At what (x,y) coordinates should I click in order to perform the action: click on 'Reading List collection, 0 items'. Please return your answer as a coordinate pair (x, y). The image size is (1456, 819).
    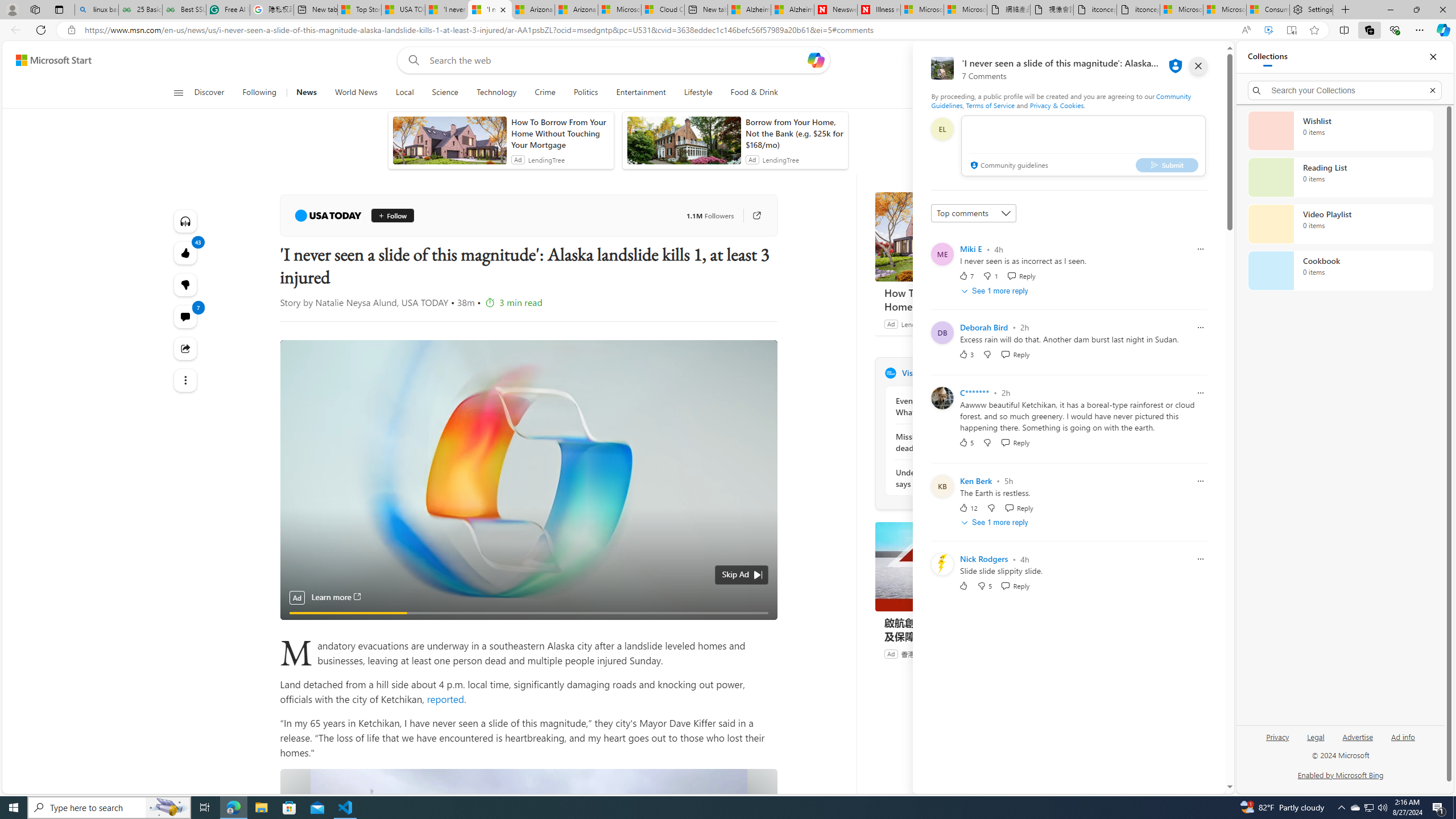
    Looking at the image, I should click on (1340, 176).